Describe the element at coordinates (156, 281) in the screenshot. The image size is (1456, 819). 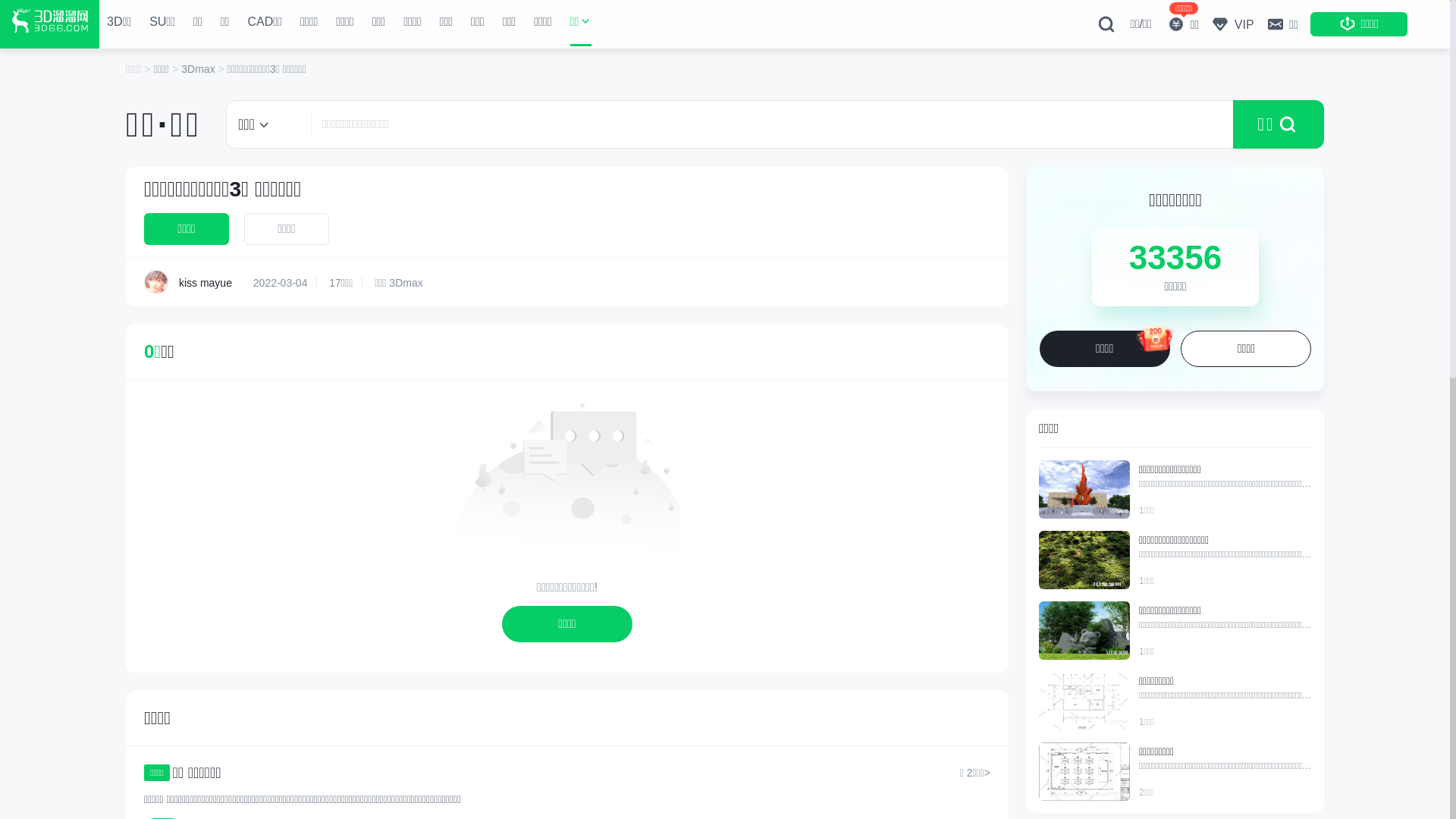
I see `'kiss mayue'` at that location.